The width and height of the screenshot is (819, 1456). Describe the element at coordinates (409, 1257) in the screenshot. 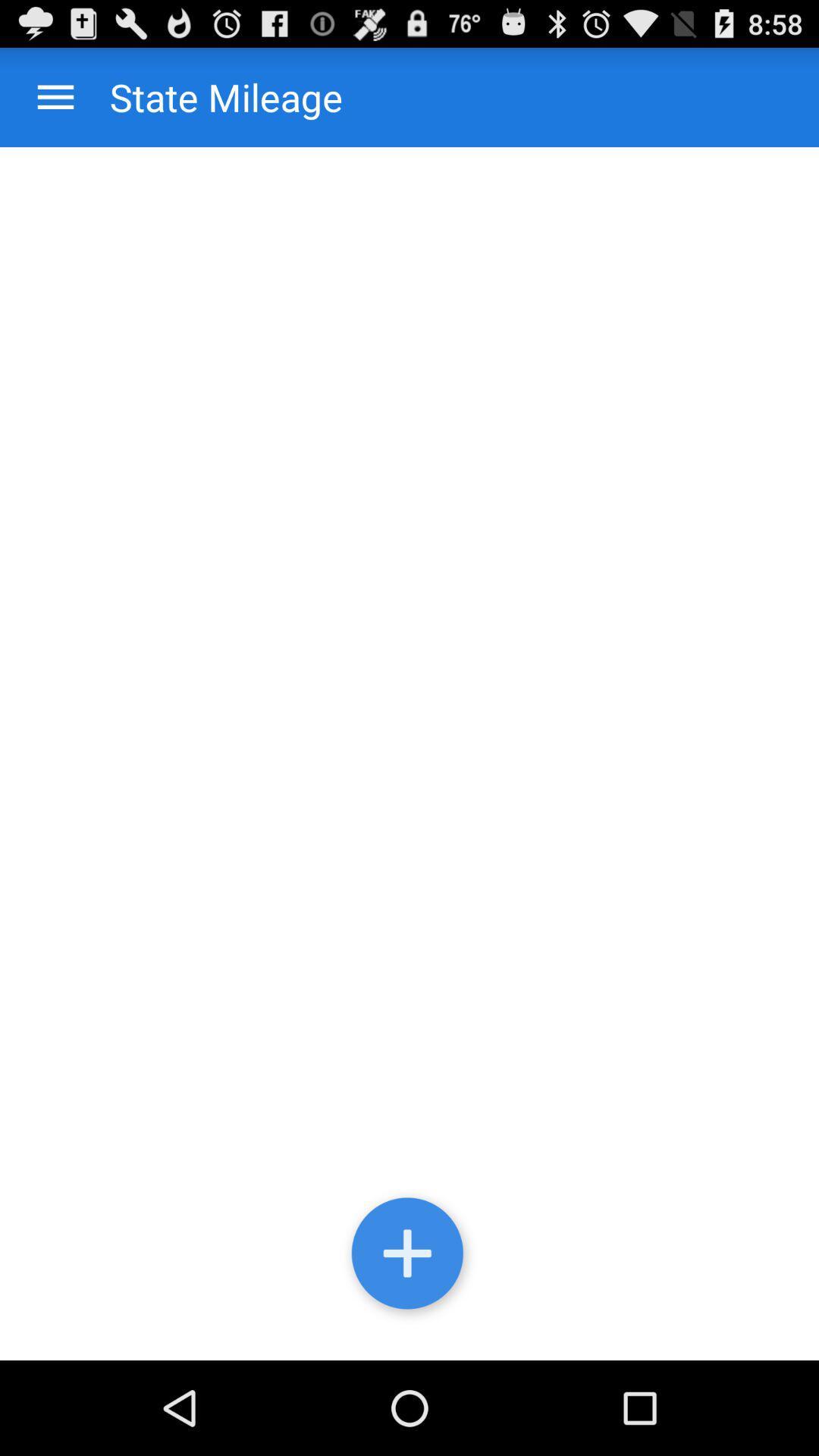

I see `an item` at that location.